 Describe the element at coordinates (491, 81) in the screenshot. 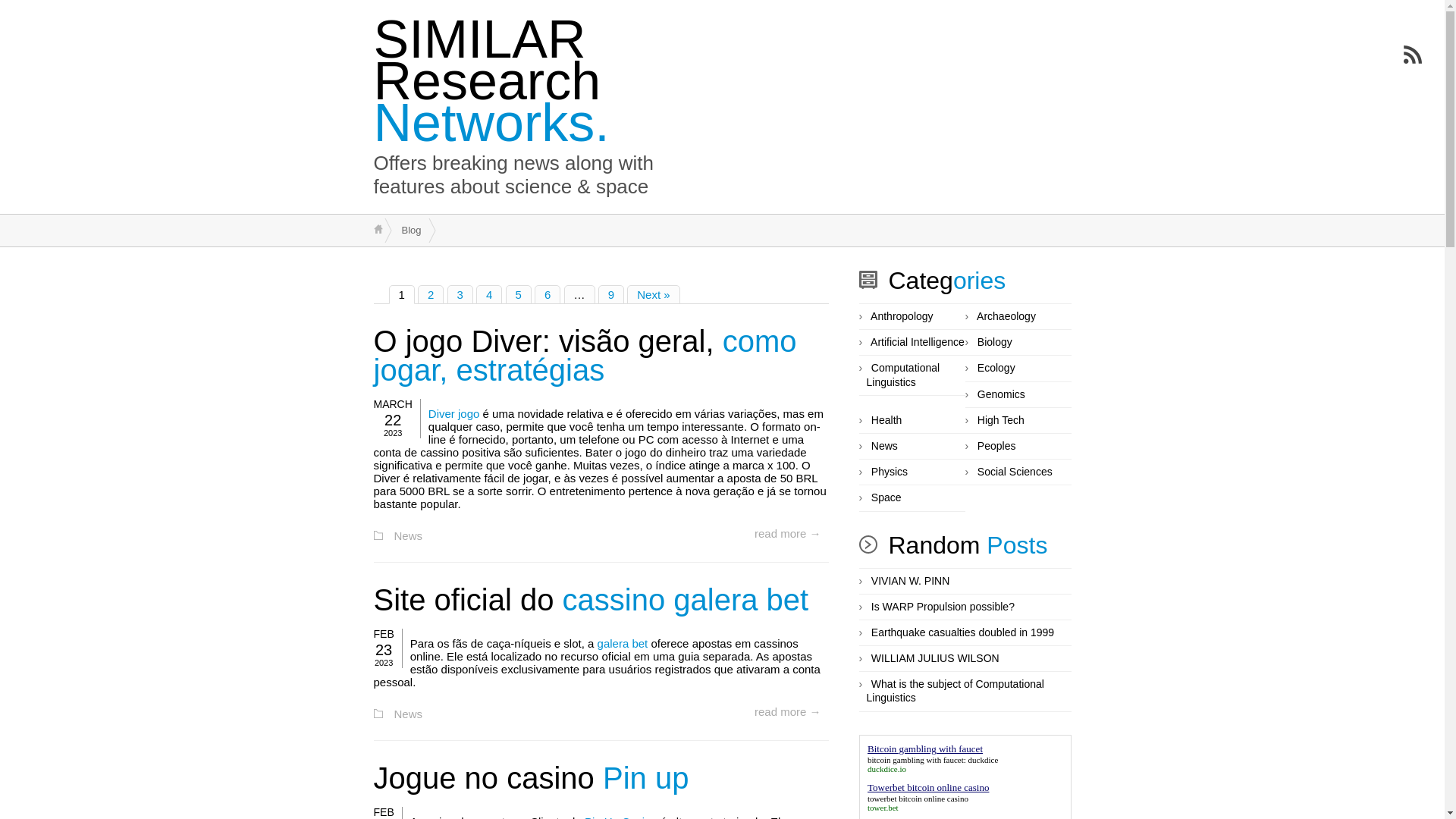

I see `'SIMILAR Research Networks.'` at that location.